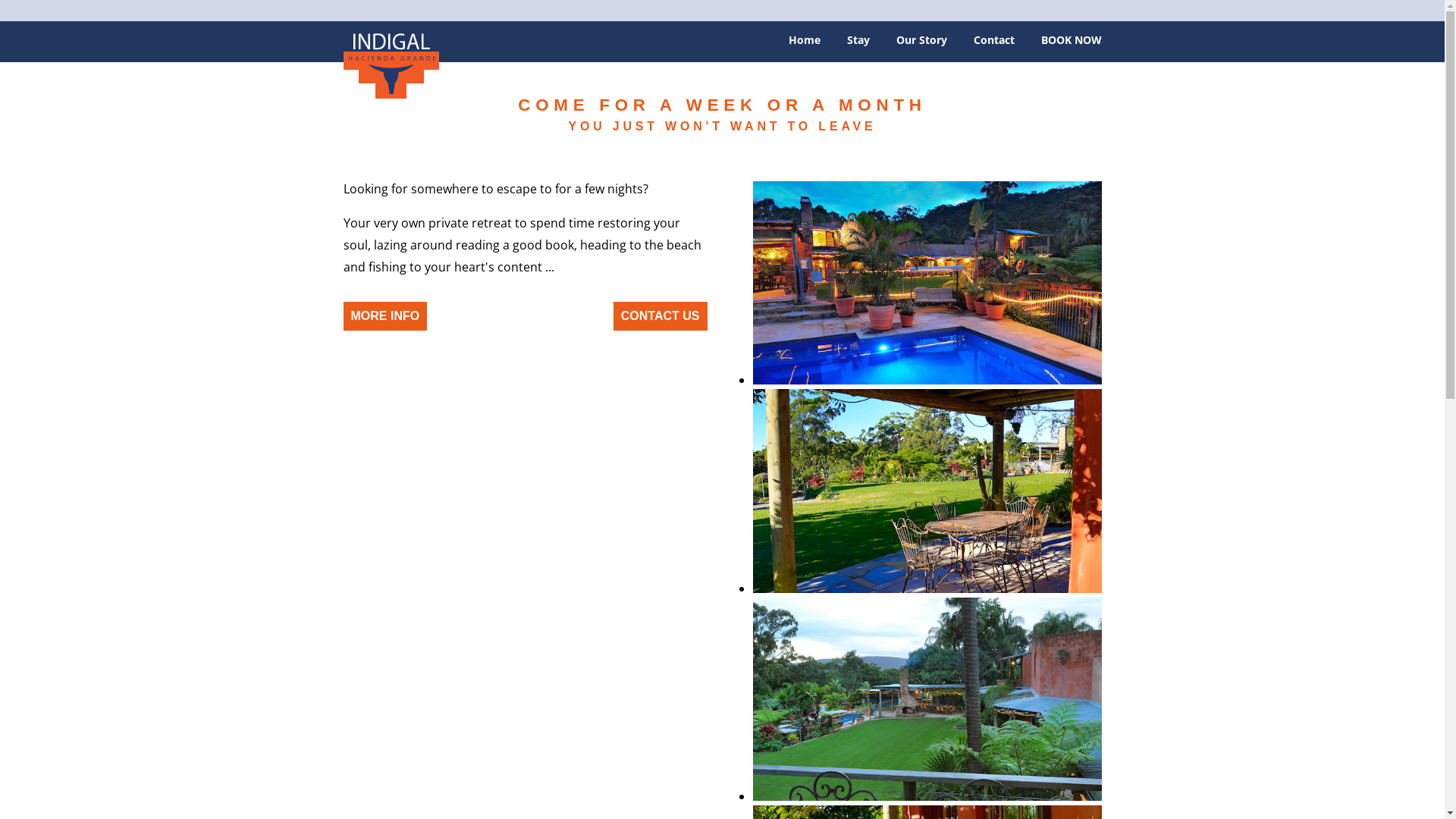  Describe the element at coordinates (858, 45) in the screenshot. I see `'Stay'` at that location.